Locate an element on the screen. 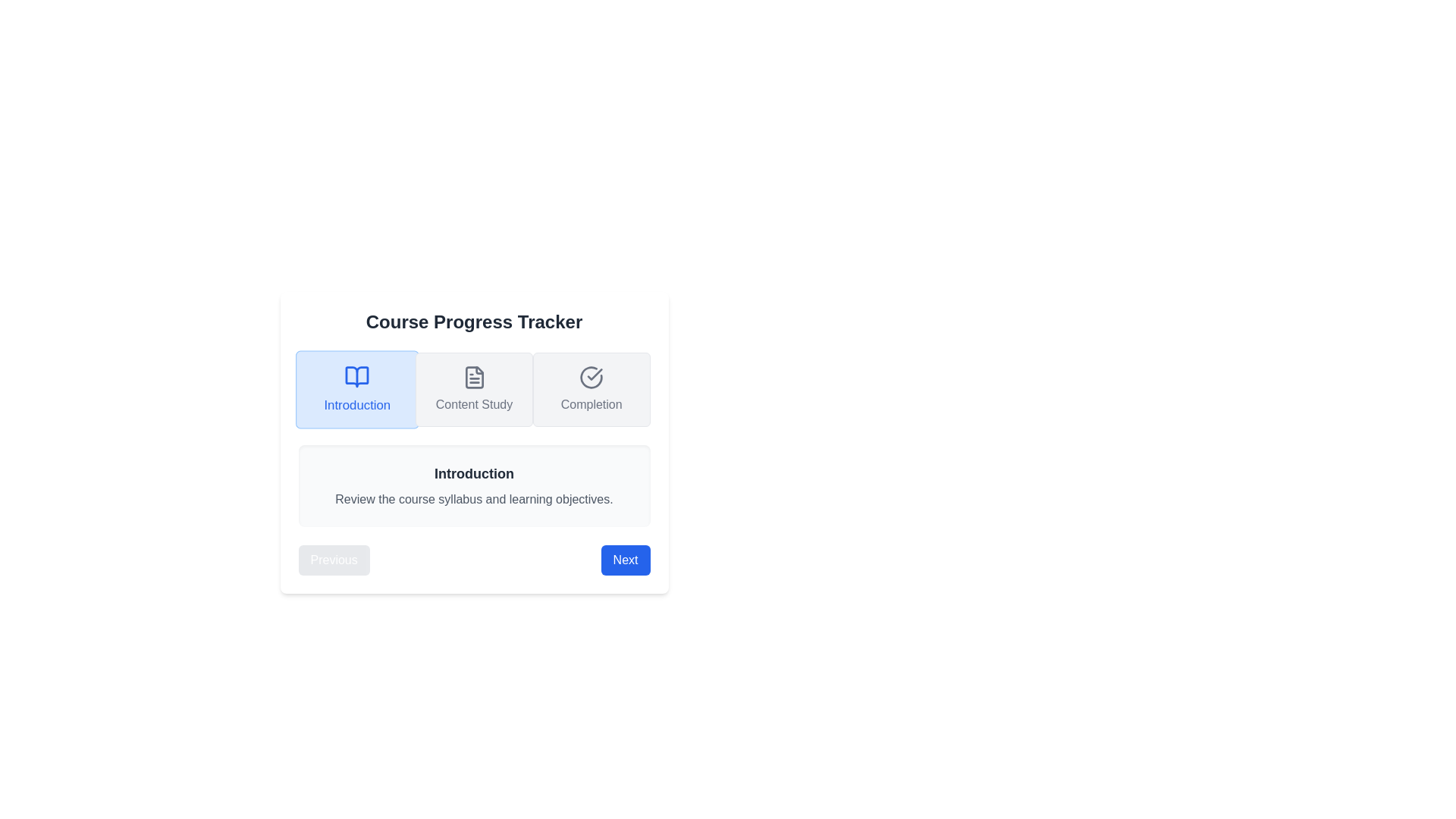 The image size is (1456, 819). the 'Content Study' button, which is a rectangular button with a light gray background and rounded corners, located in the middle of three buttons near the top-center of its section is located at coordinates (473, 388).